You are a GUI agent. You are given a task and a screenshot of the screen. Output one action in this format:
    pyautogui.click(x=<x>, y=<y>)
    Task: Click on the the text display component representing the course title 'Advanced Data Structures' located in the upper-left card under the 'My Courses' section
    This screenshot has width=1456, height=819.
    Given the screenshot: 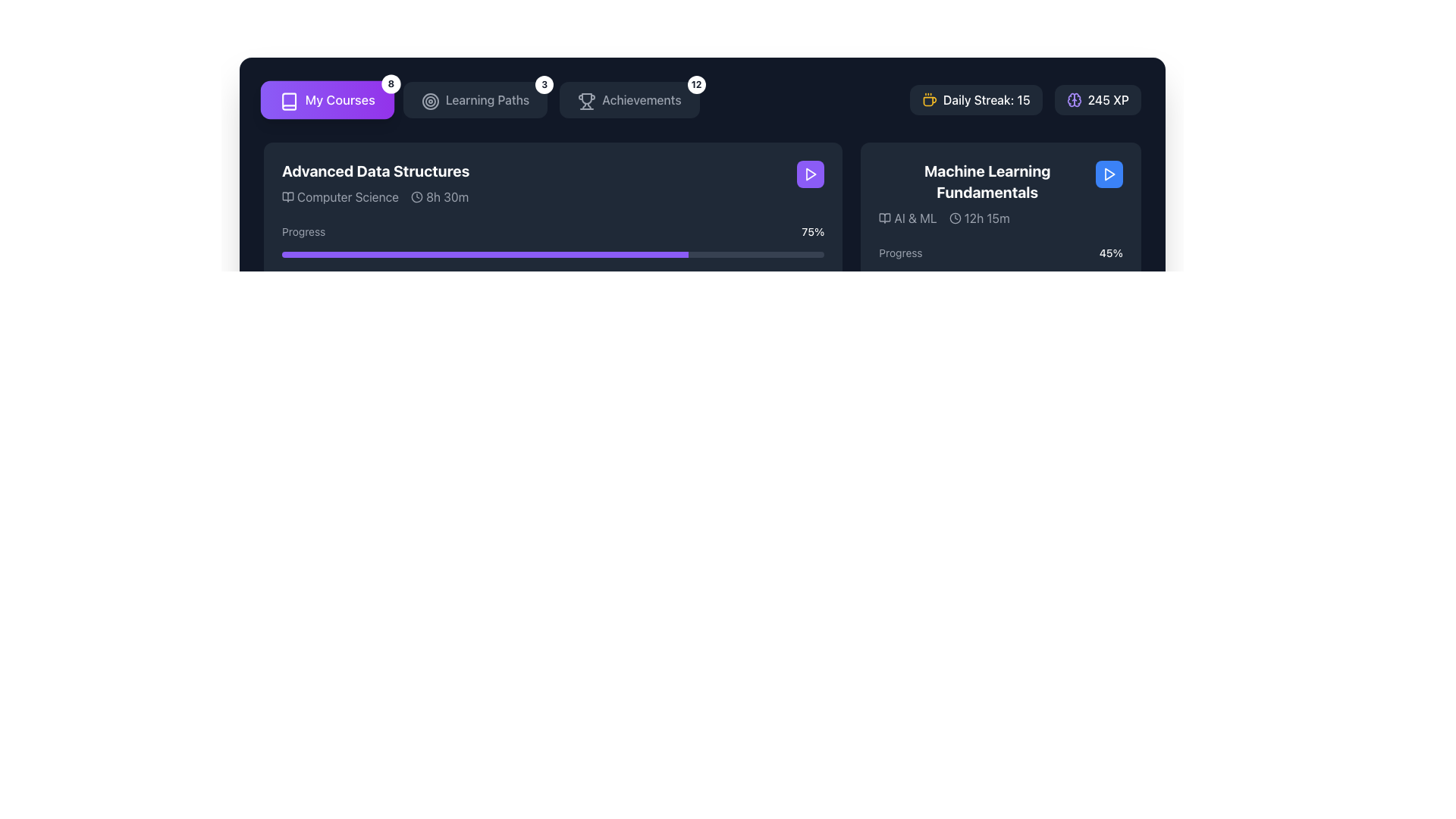 What is the action you would take?
    pyautogui.click(x=375, y=183)
    